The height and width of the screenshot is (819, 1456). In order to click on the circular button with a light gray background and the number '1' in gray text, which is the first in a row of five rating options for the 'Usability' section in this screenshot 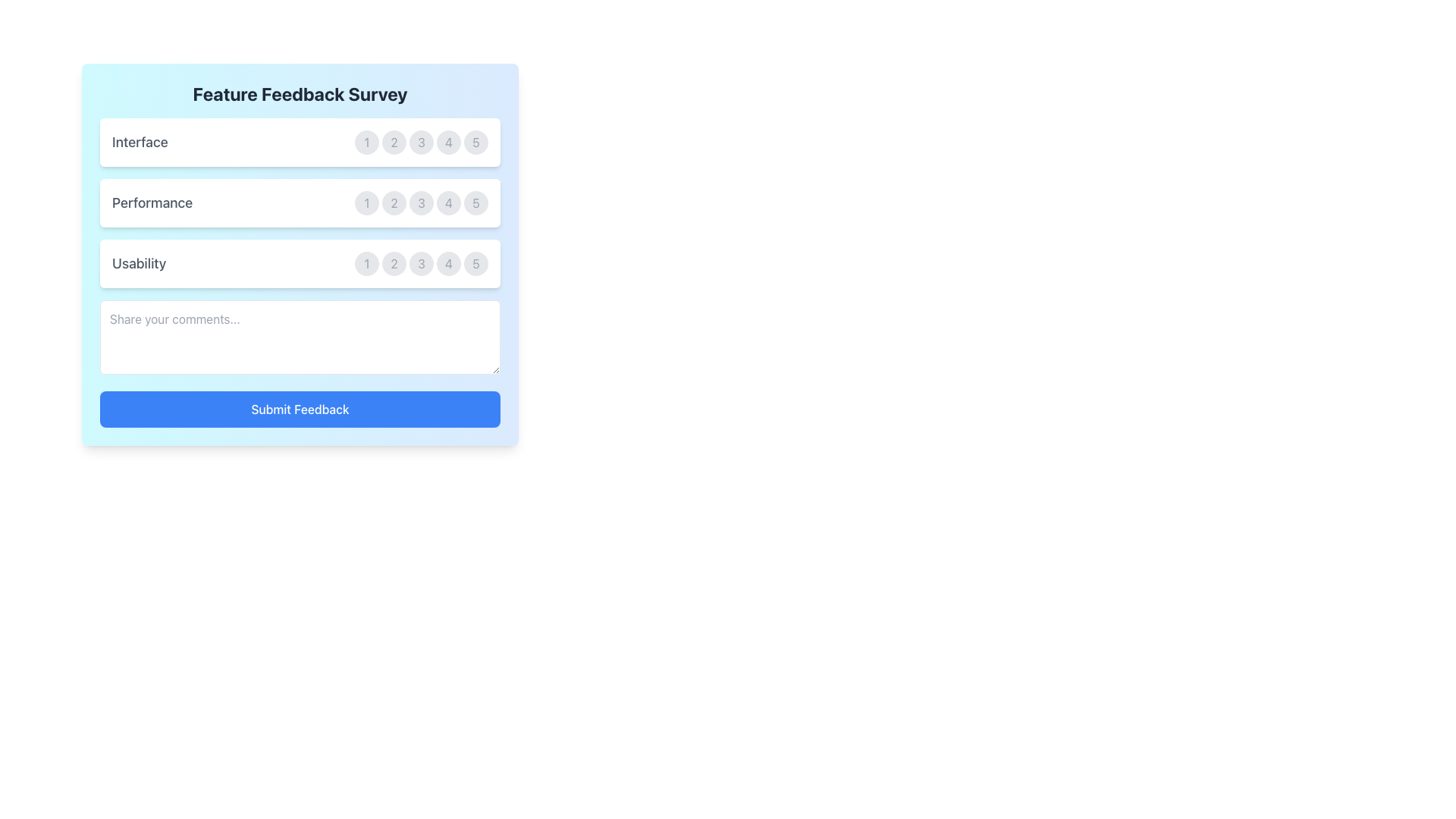, I will do `click(367, 262)`.